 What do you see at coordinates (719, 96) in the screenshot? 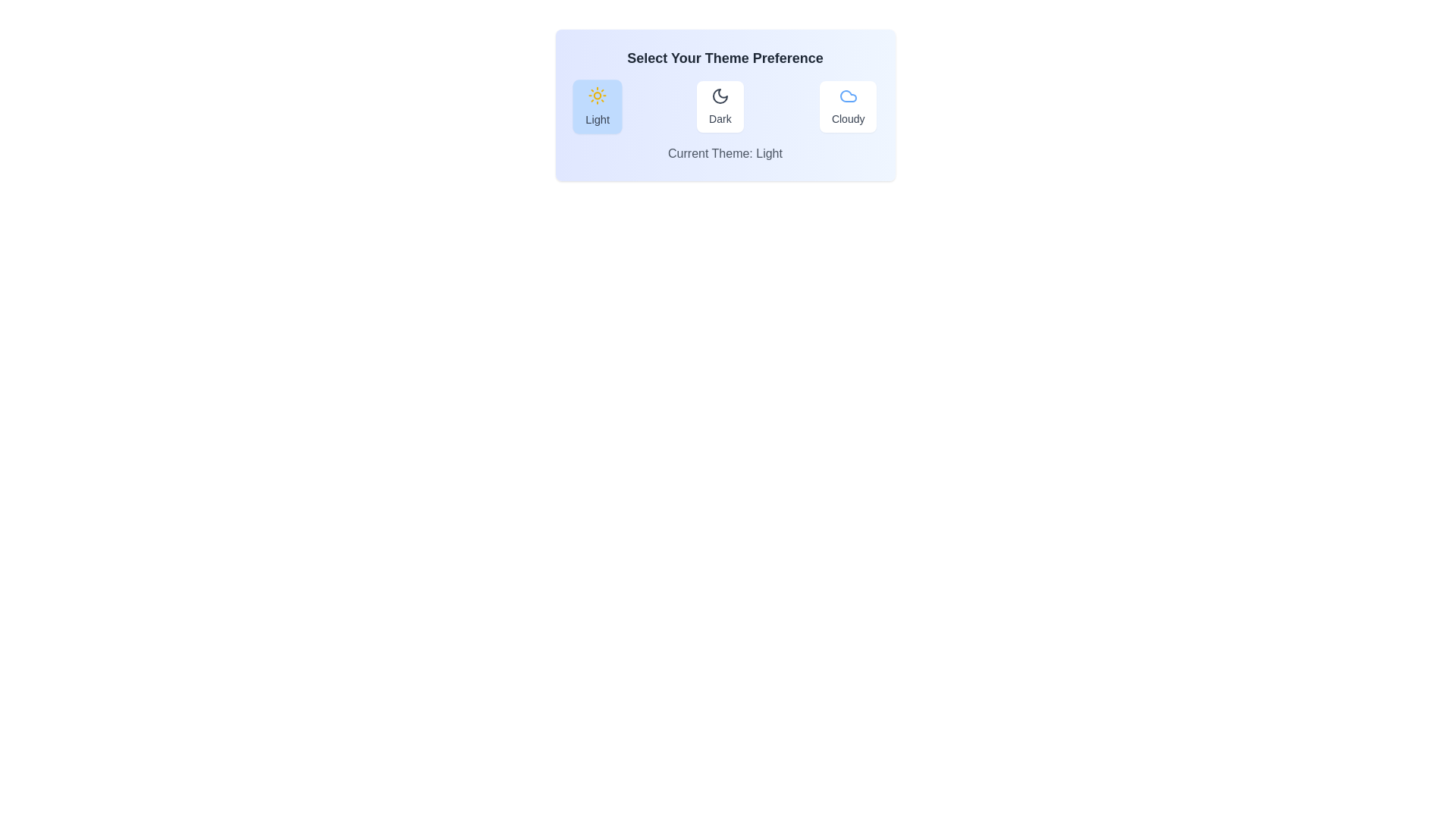
I see `the icon representing the Dark theme` at bounding box center [719, 96].